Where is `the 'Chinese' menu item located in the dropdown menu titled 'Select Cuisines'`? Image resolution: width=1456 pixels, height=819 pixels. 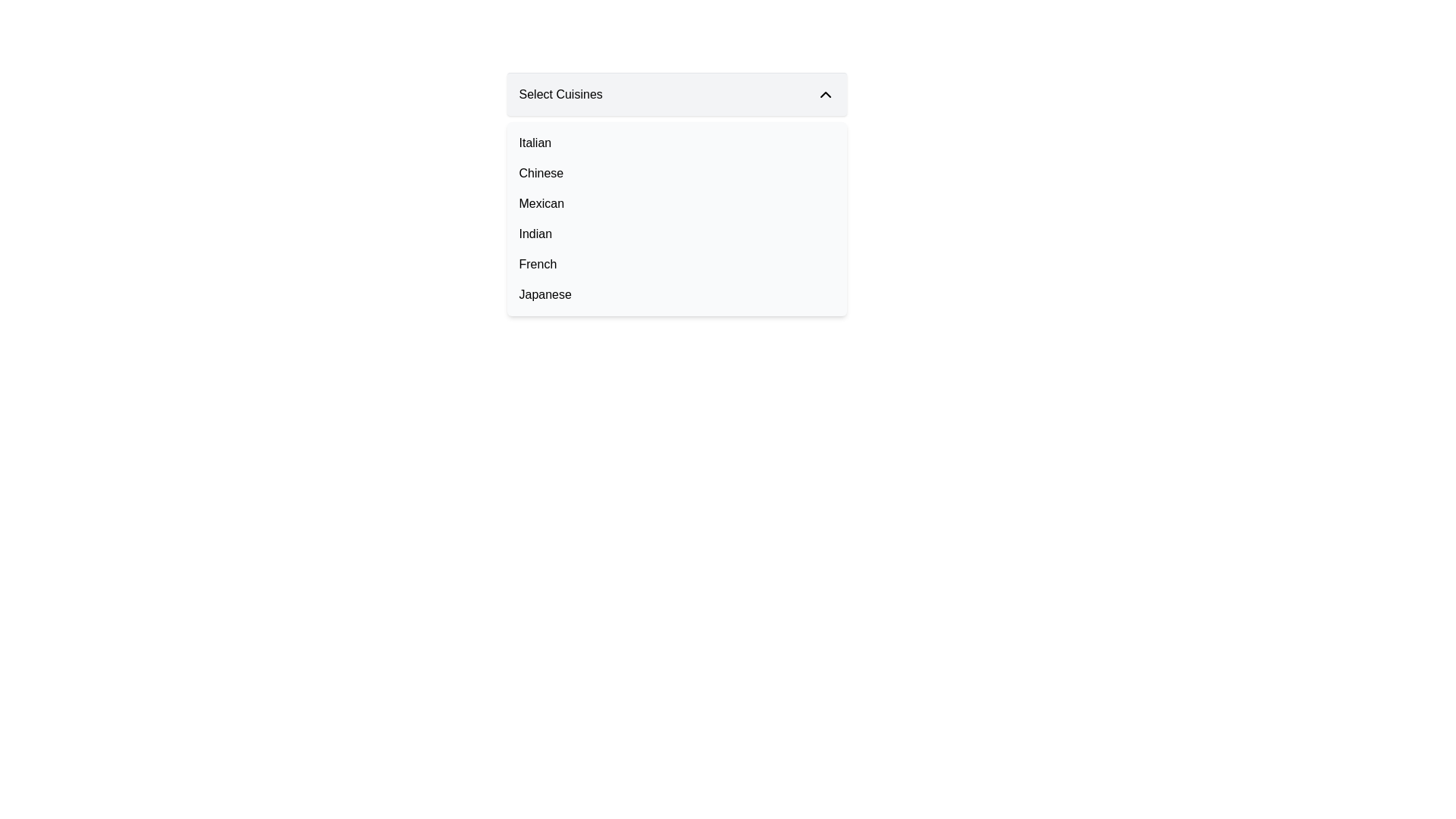 the 'Chinese' menu item located in the dropdown menu titled 'Select Cuisines' is located at coordinates (676, 172).